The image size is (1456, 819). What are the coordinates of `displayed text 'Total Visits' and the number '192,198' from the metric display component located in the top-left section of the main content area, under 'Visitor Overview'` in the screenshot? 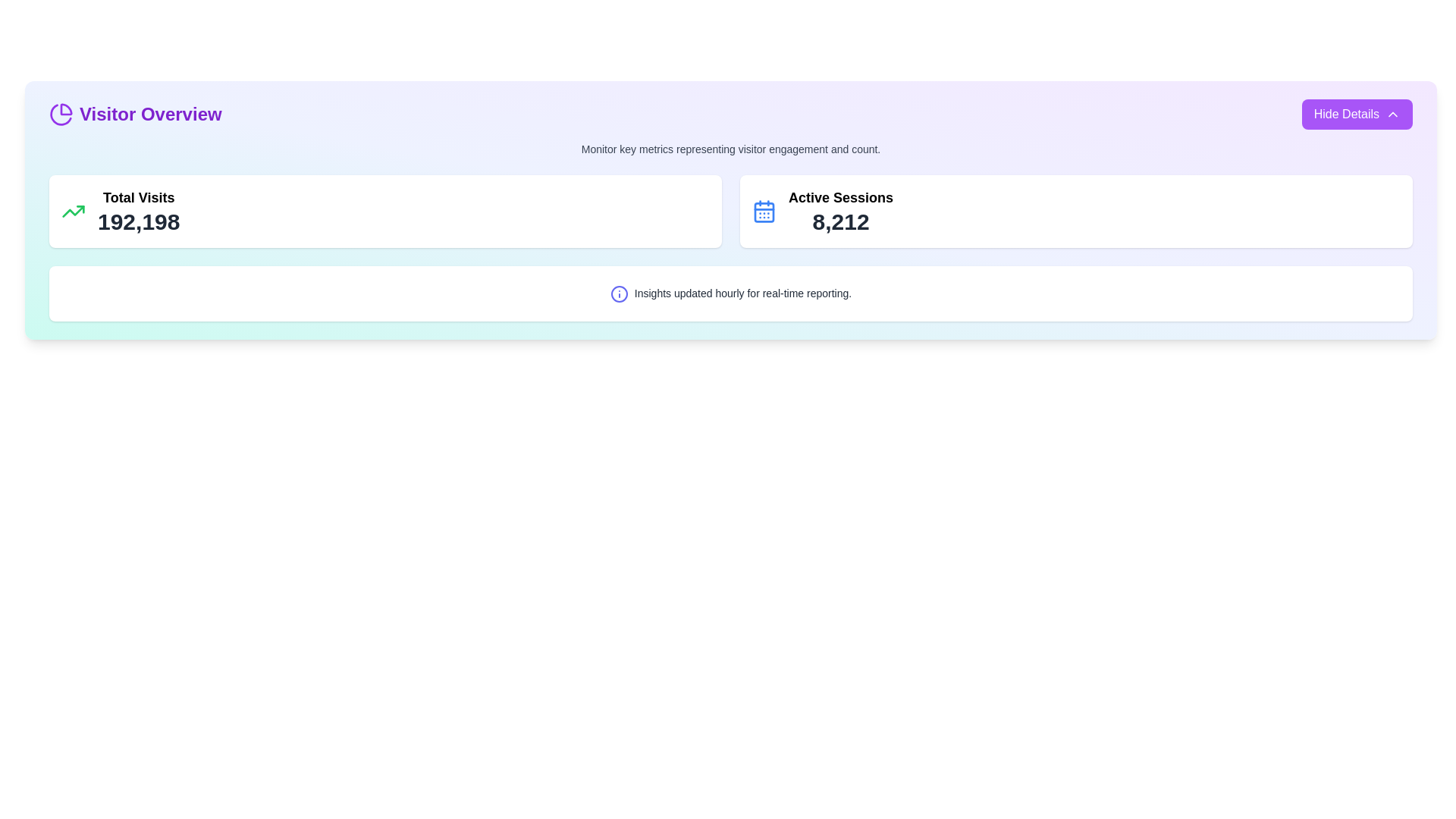 It's located at (139, 211).